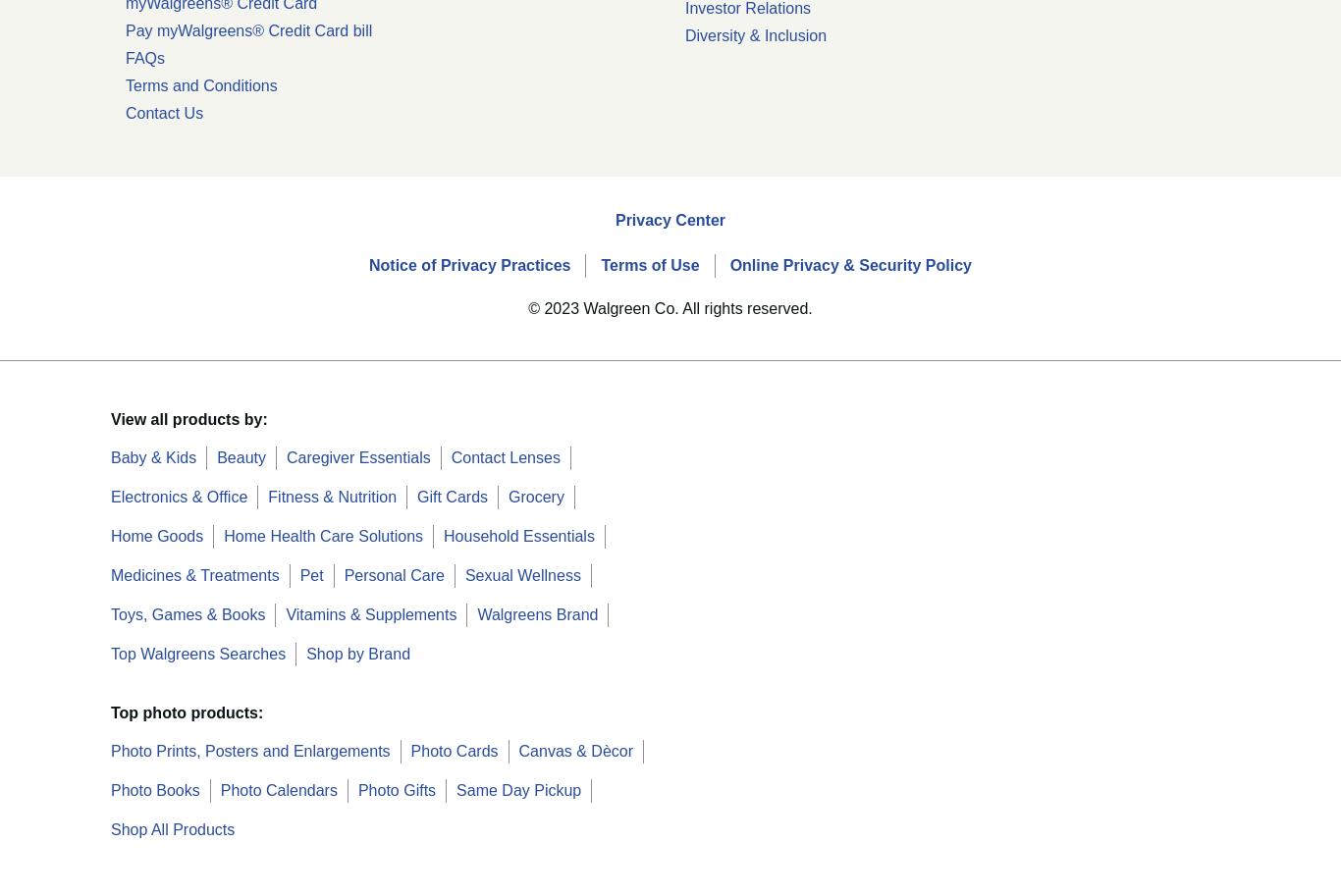 This screenshot has width=1341, height=896. What do you see at coordinates (537, 612) in the screenshot?
I see `'Walgreens Brand'` at bounding box center [537, 612].